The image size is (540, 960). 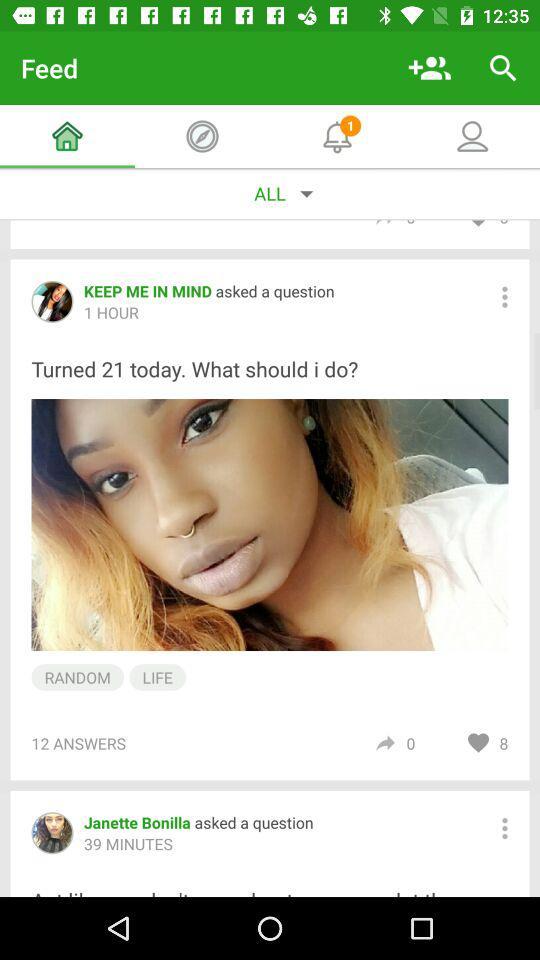 What do you see at coordinates (503, 296) in the screenshot?
I see `show post options` at bounding box center [503, 296].